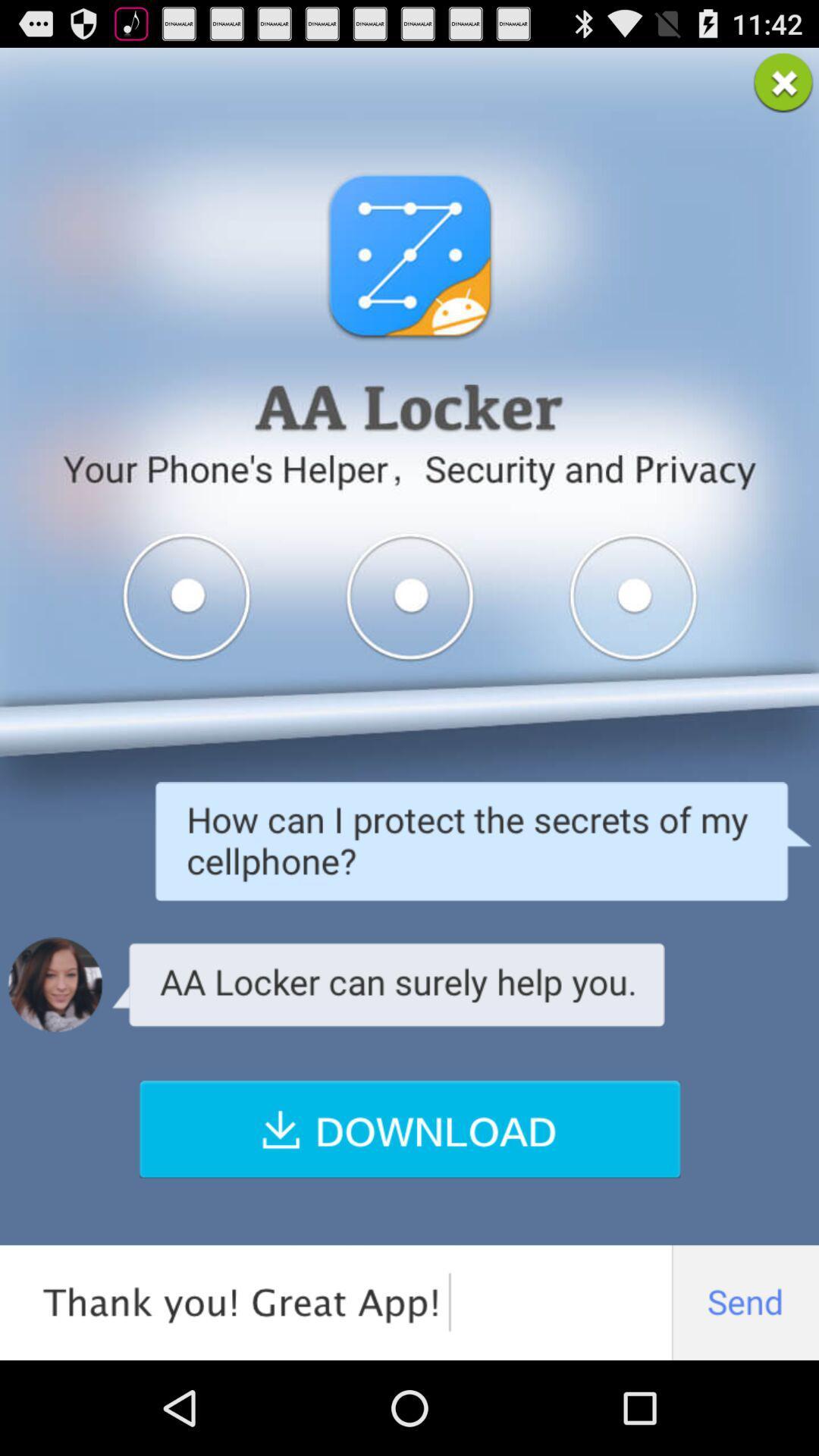 This screenshot has width=819, height=1456. What do you see at coordinates (783, 82) in the screenshot?
I see `screen` at bounding box center [783, 82].